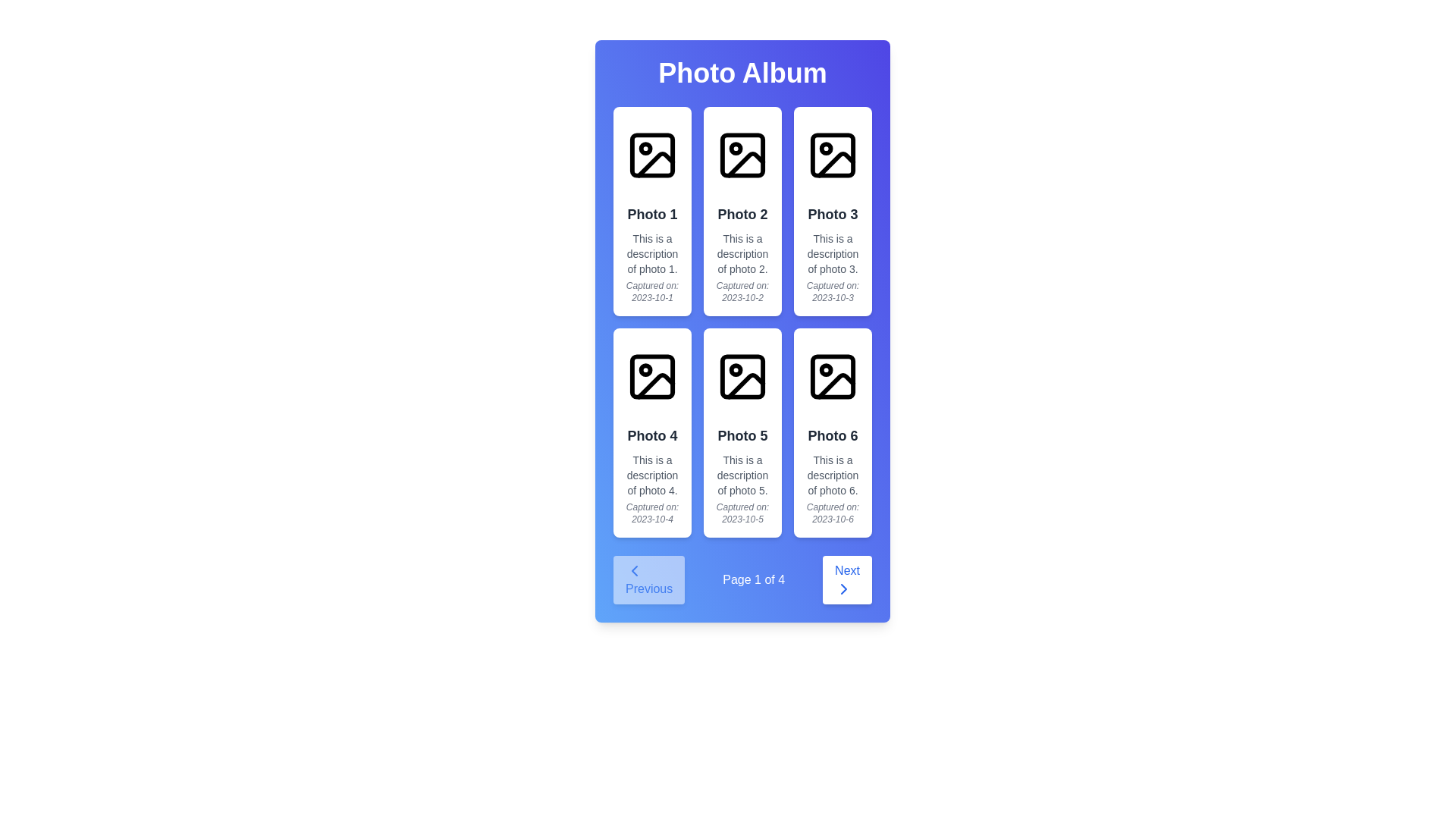 The image size is (1456, 819). What do you see at coordinates (652, 376) in the screenshot?
I see `the image icon located at the top of the card titled 'Photo 4', which is positioned in the second row, first column of a grid of six cards` at bounding box center [652, 376].